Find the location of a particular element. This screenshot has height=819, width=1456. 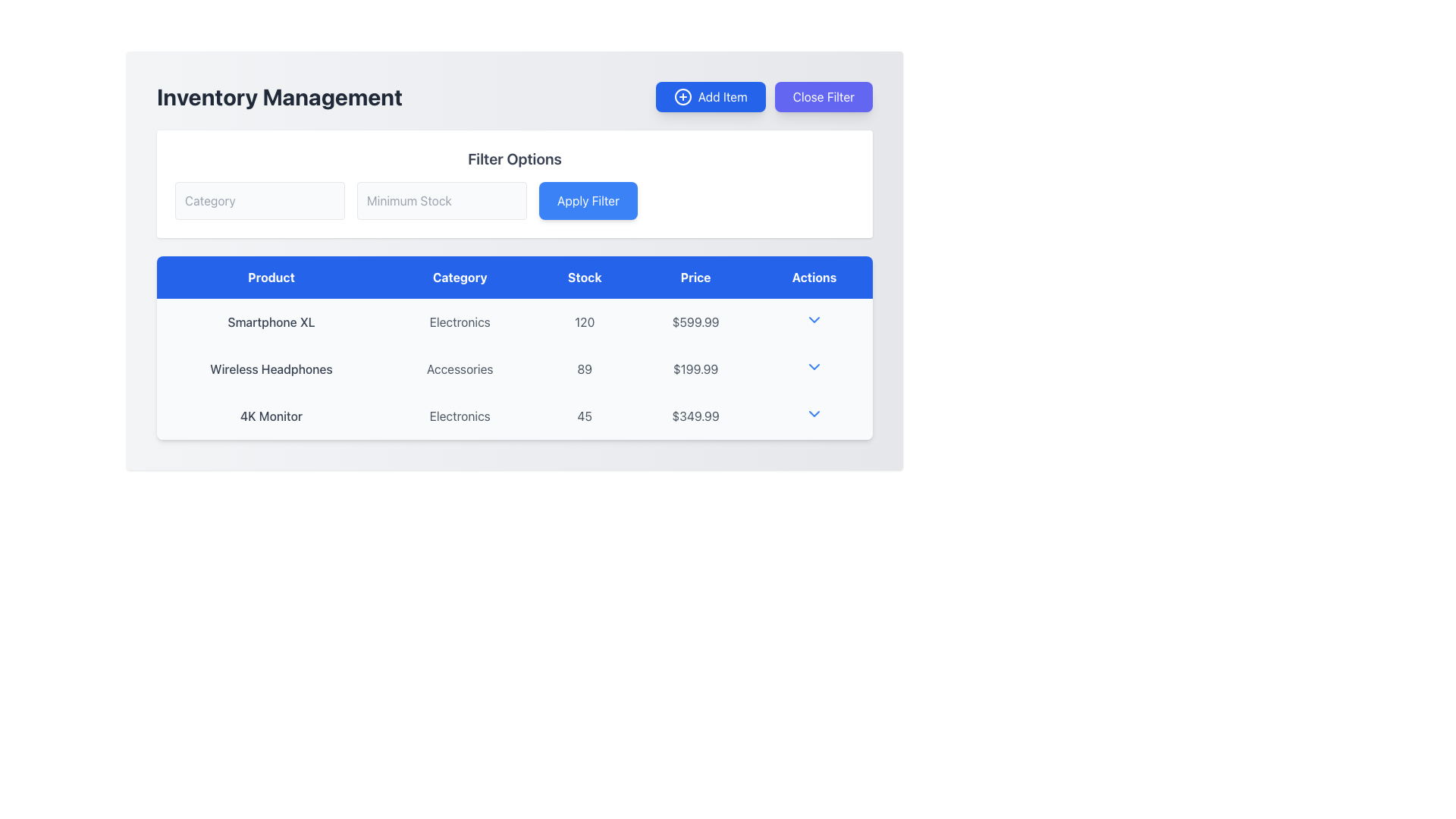

the second row of the table displaying details about 'Wireless Headphones' is located at coordinates (514, 369).